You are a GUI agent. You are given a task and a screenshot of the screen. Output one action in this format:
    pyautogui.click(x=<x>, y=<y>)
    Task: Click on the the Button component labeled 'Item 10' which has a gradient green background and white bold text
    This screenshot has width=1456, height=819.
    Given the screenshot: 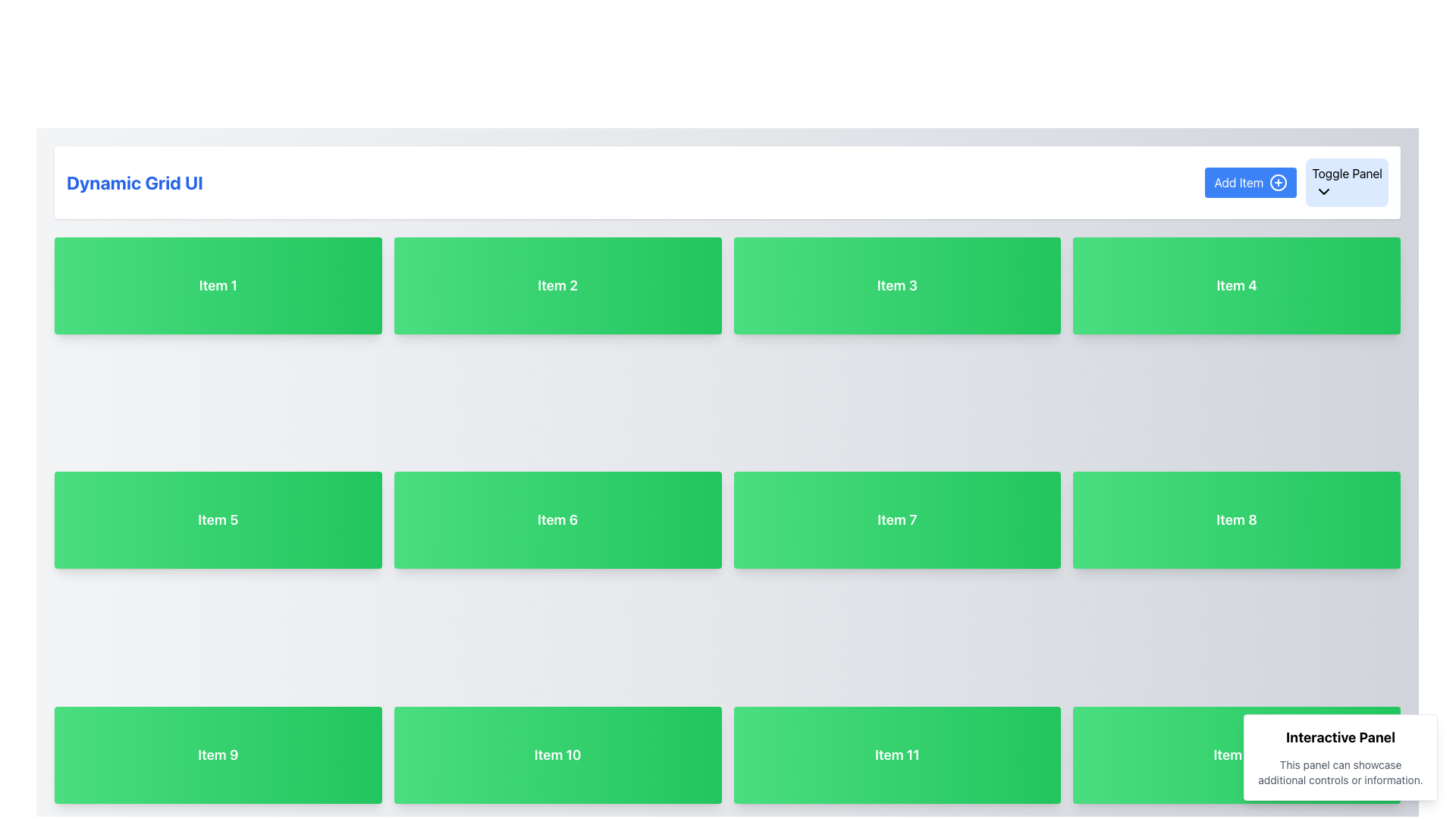 What is the action you would take?
    pyautogui.click(x=557, y=755)
    